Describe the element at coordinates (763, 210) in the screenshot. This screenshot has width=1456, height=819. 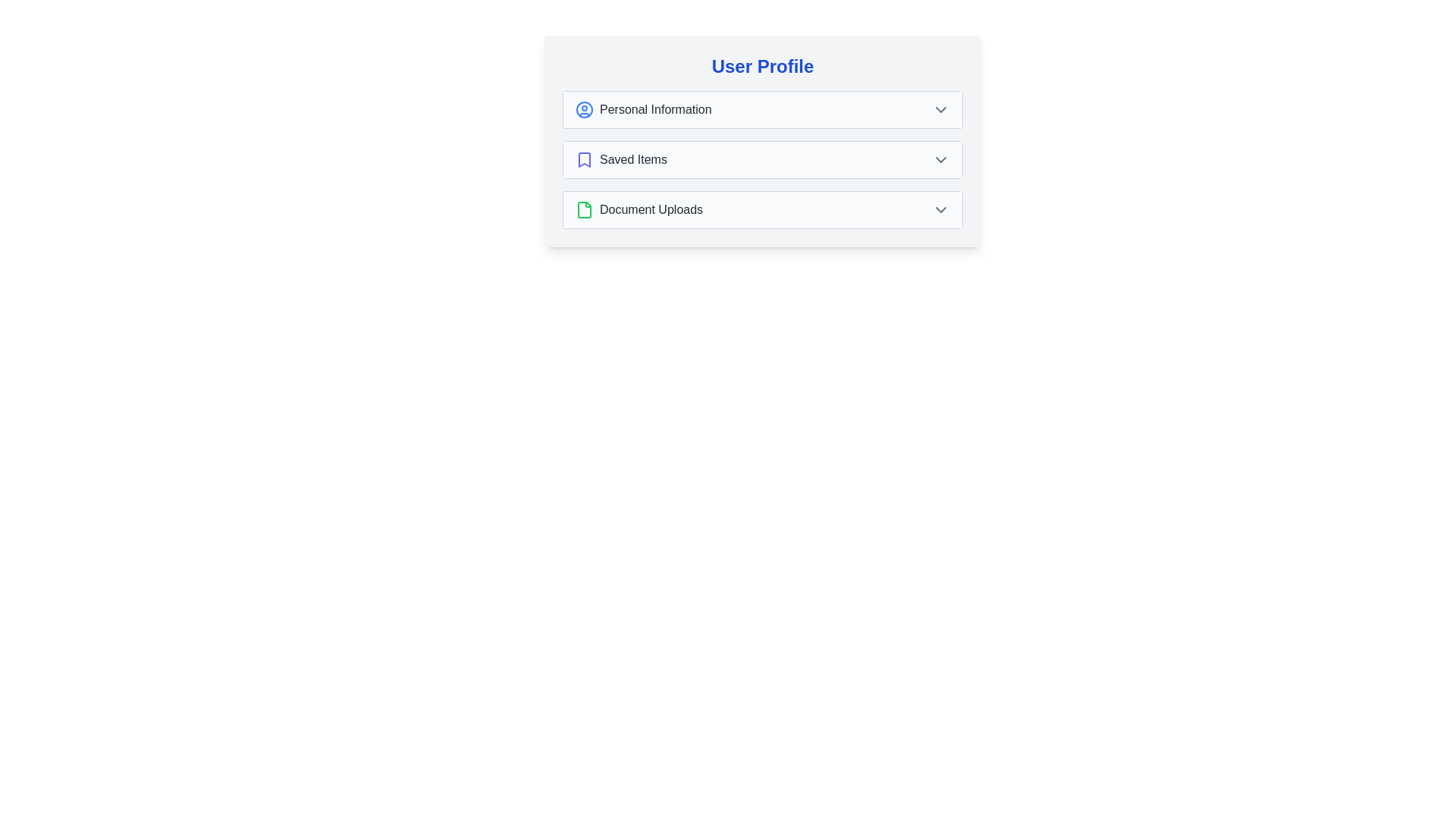
I see `the collapsible menu item for 'Document Uploads'` at that location.